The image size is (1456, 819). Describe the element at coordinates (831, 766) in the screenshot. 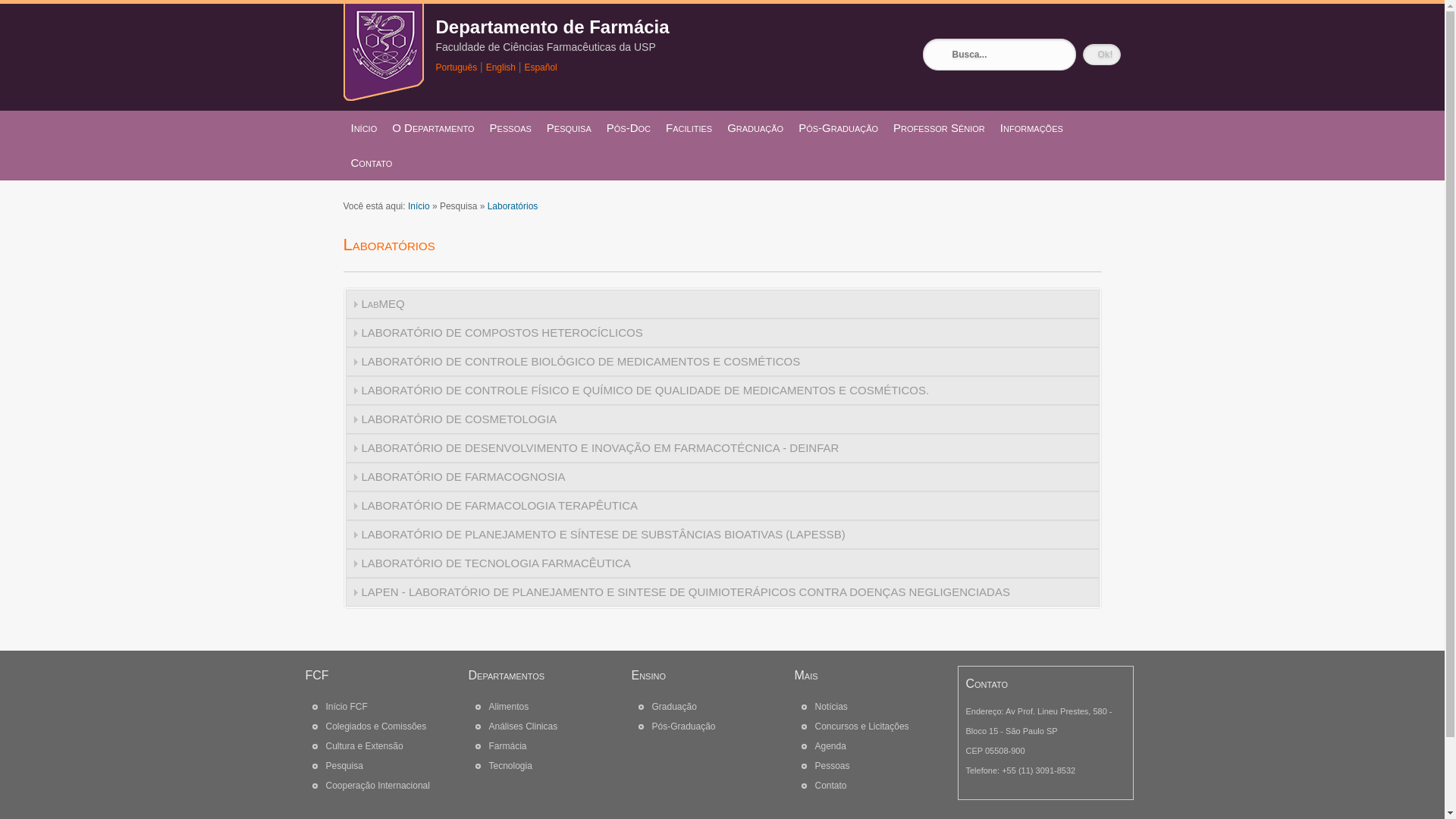

I see `'Pessoas'` at that location.